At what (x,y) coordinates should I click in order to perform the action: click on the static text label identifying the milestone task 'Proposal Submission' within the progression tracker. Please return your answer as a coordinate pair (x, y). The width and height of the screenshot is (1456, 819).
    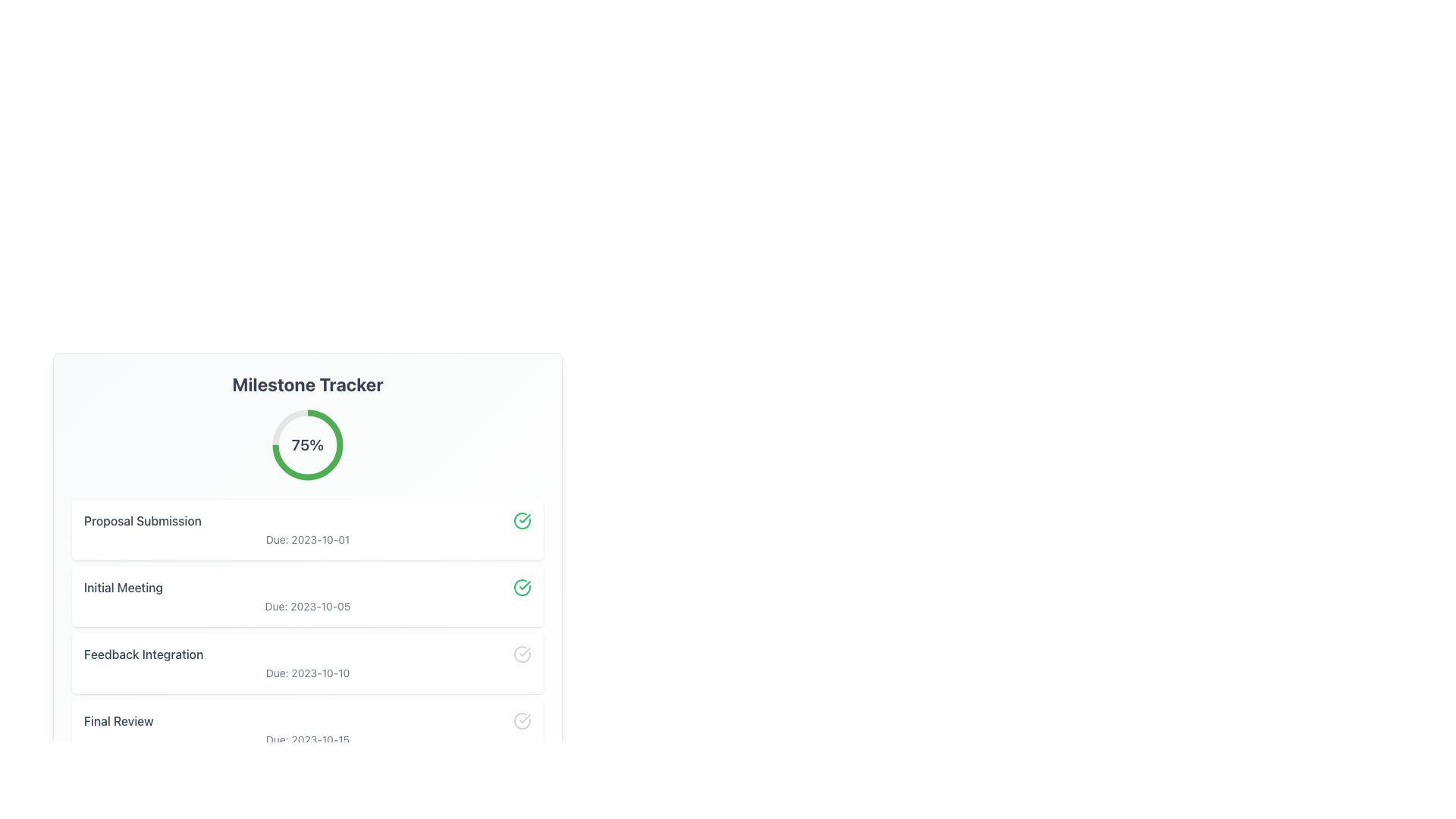
    Looking at the image, I should click on (143, 519).